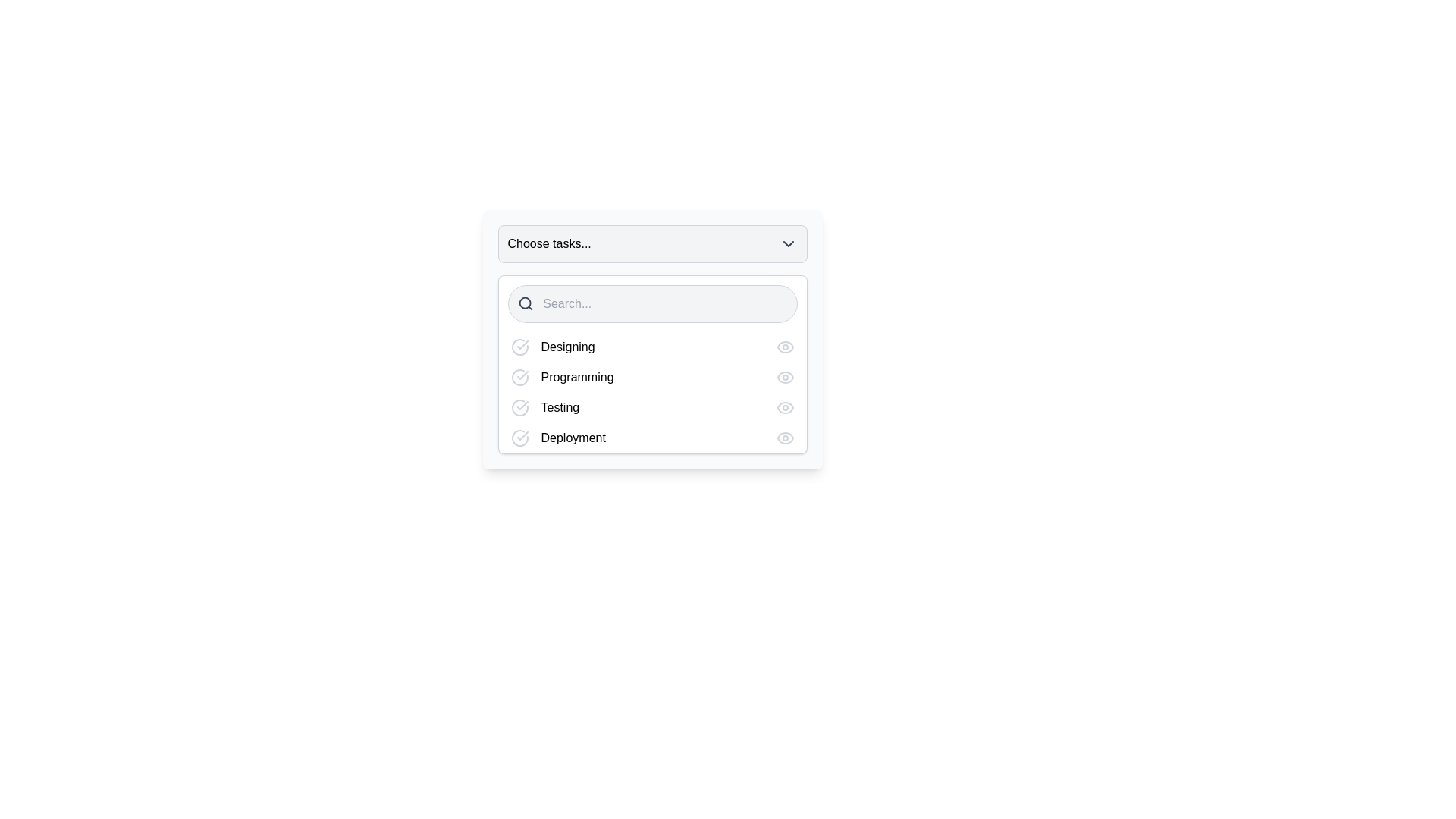 Image resolution: width=1456 pixels, height=819 pixels. What do you see at coordinates (522, 375) in the screenshot?
I see `the checkmark icon within the circular outline, located on the right side of the 'Programming' label in the selectable list card` at bounding box center [522, 375].